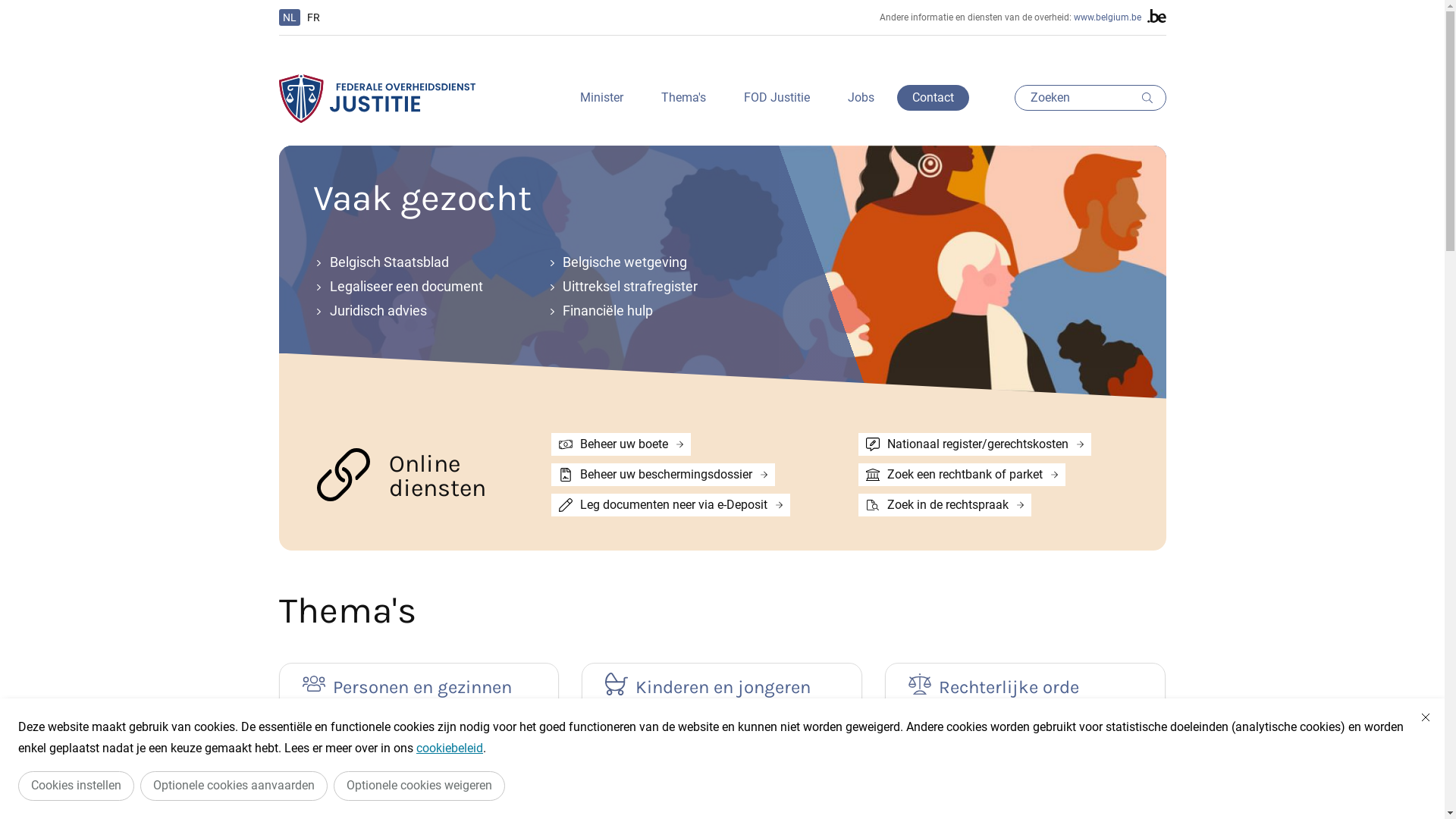 The width and height of the screenshot is (1456, 819). What do you see at coordinates (645, 287) in the screenshot?
I see `'Uittreksel strafregister'` at bounding box center [645, 287].